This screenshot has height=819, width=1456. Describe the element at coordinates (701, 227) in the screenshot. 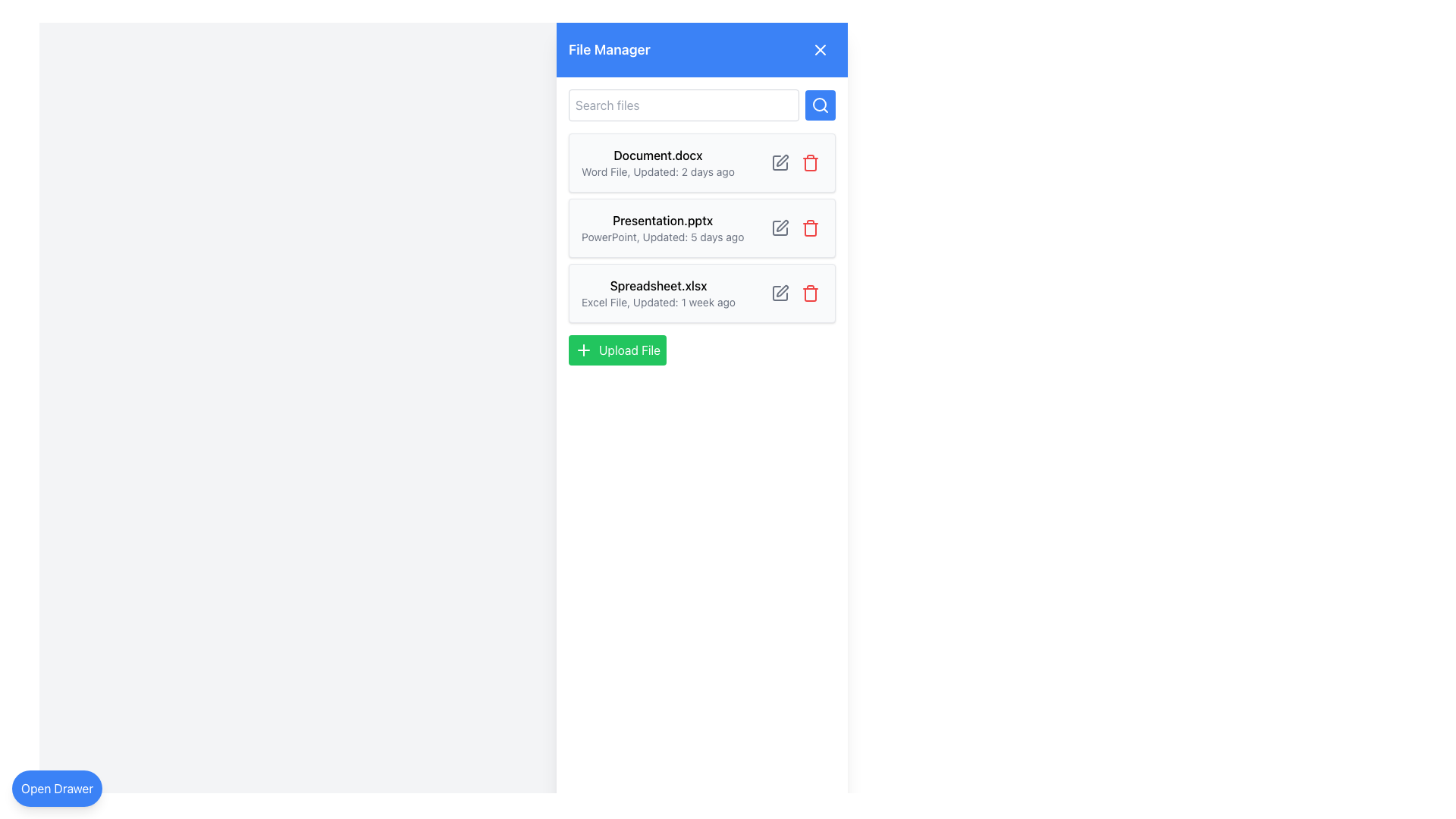

I see `the list item labeled 'Presentation.pptx' in the file manager` at that location.